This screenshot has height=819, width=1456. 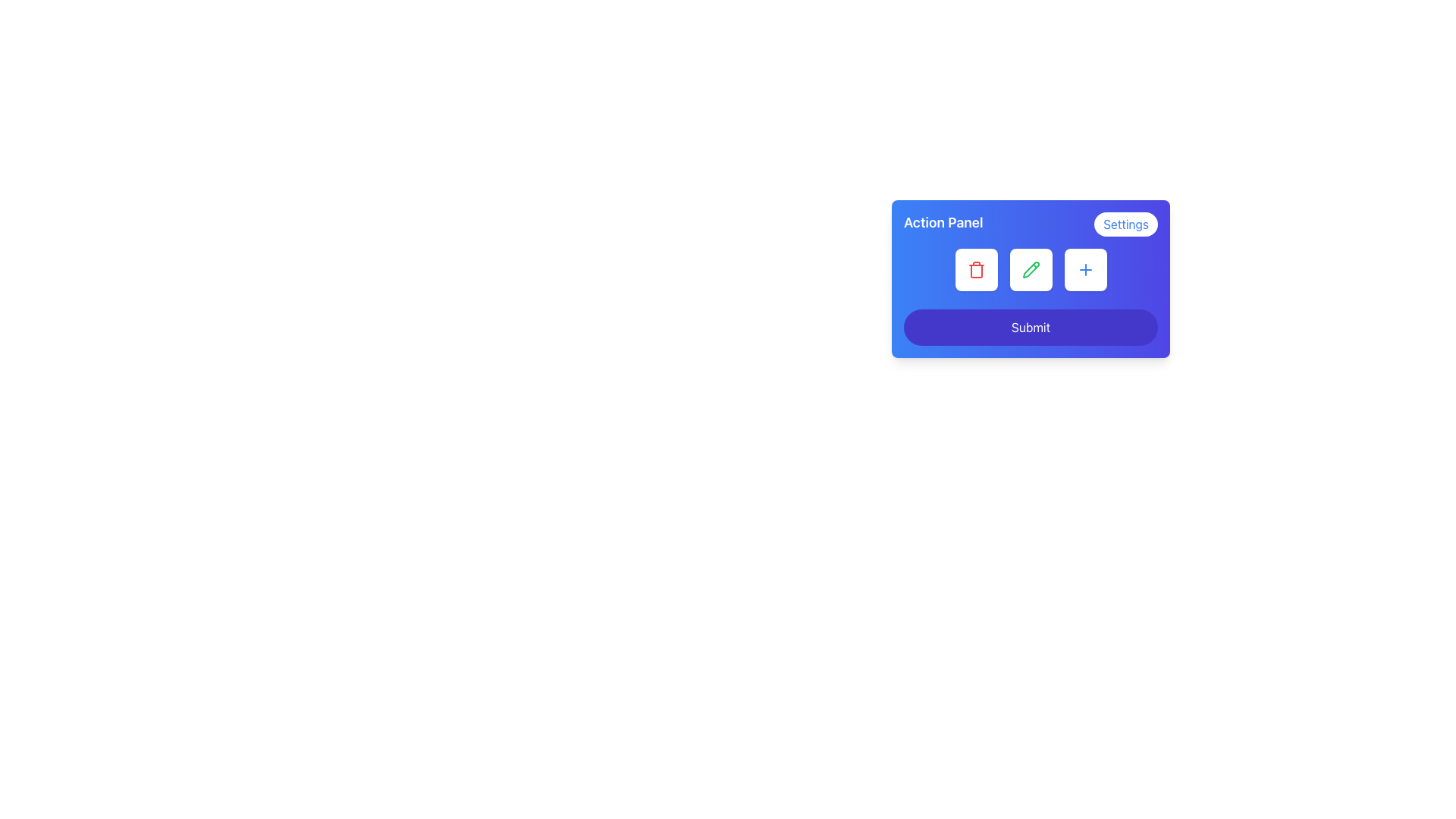 I want to click on the green pencil icon button in the Action Panel, so click(x=1031, y=268).